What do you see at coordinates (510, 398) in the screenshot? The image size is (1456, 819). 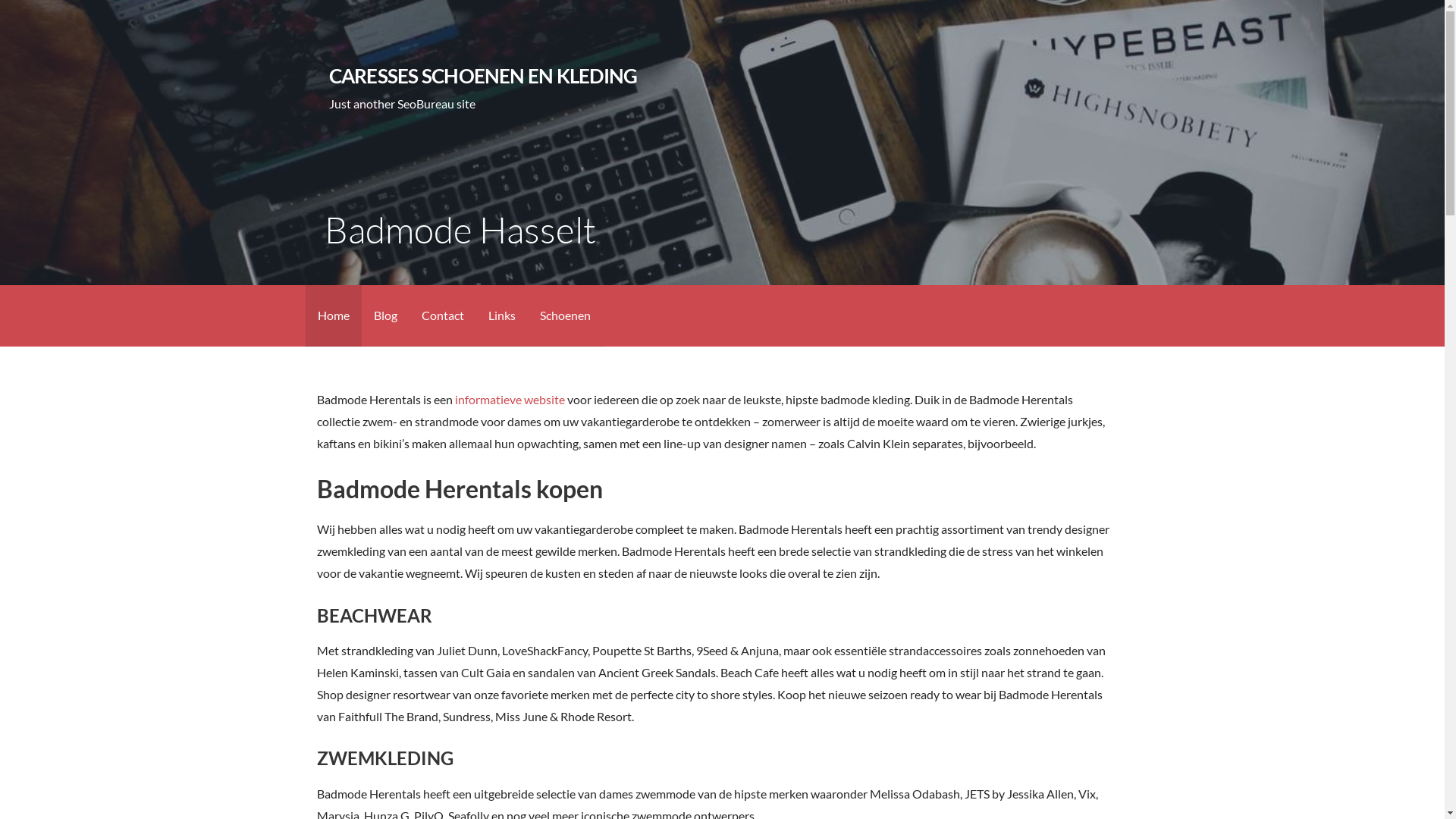 I see `'informatieve website'` at bounding box center [510, 398].